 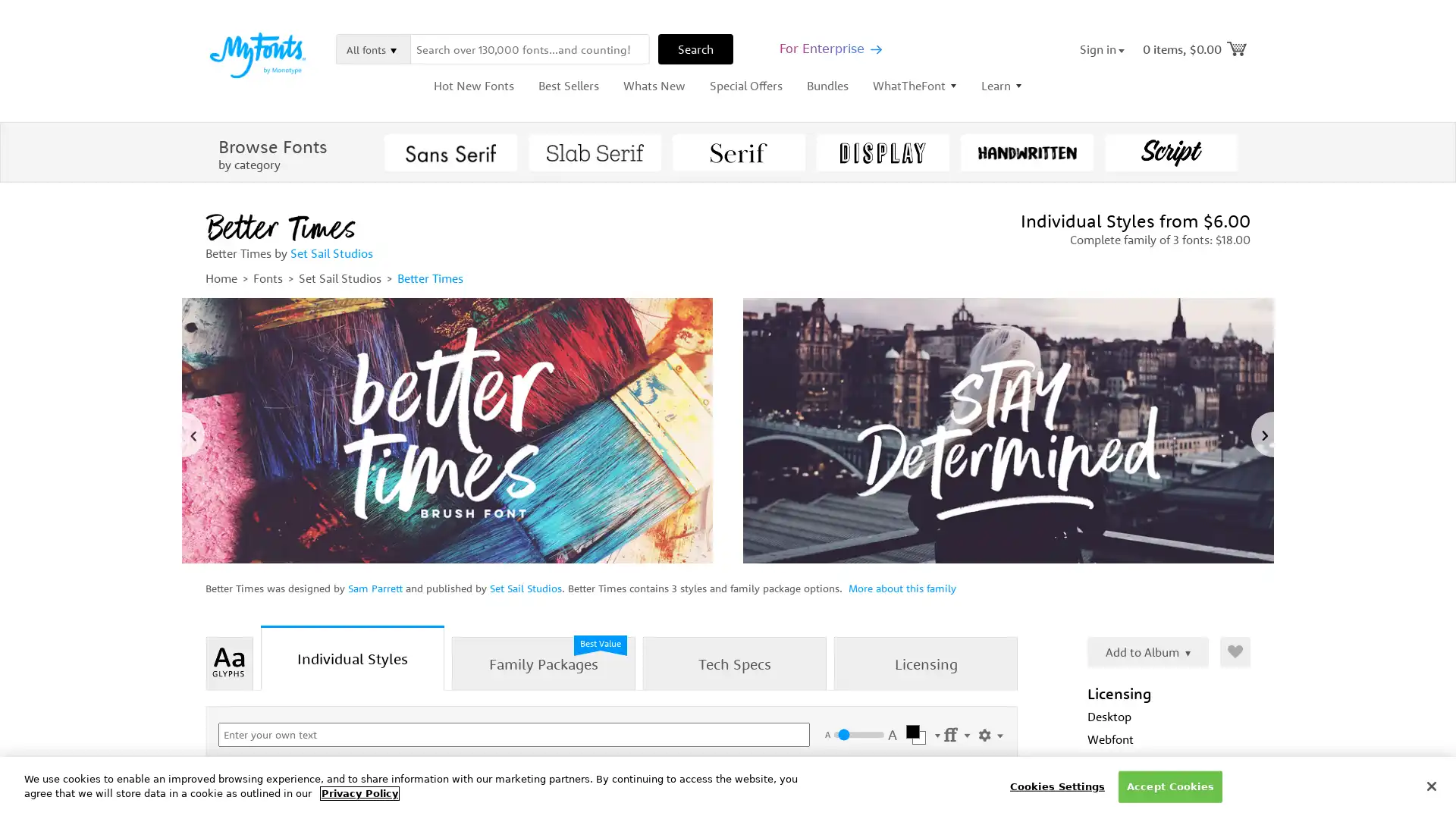 What do you see at coordinates (1001, 85) in the screenshot?
I see `Learn` at bounding box center [1001, 85].